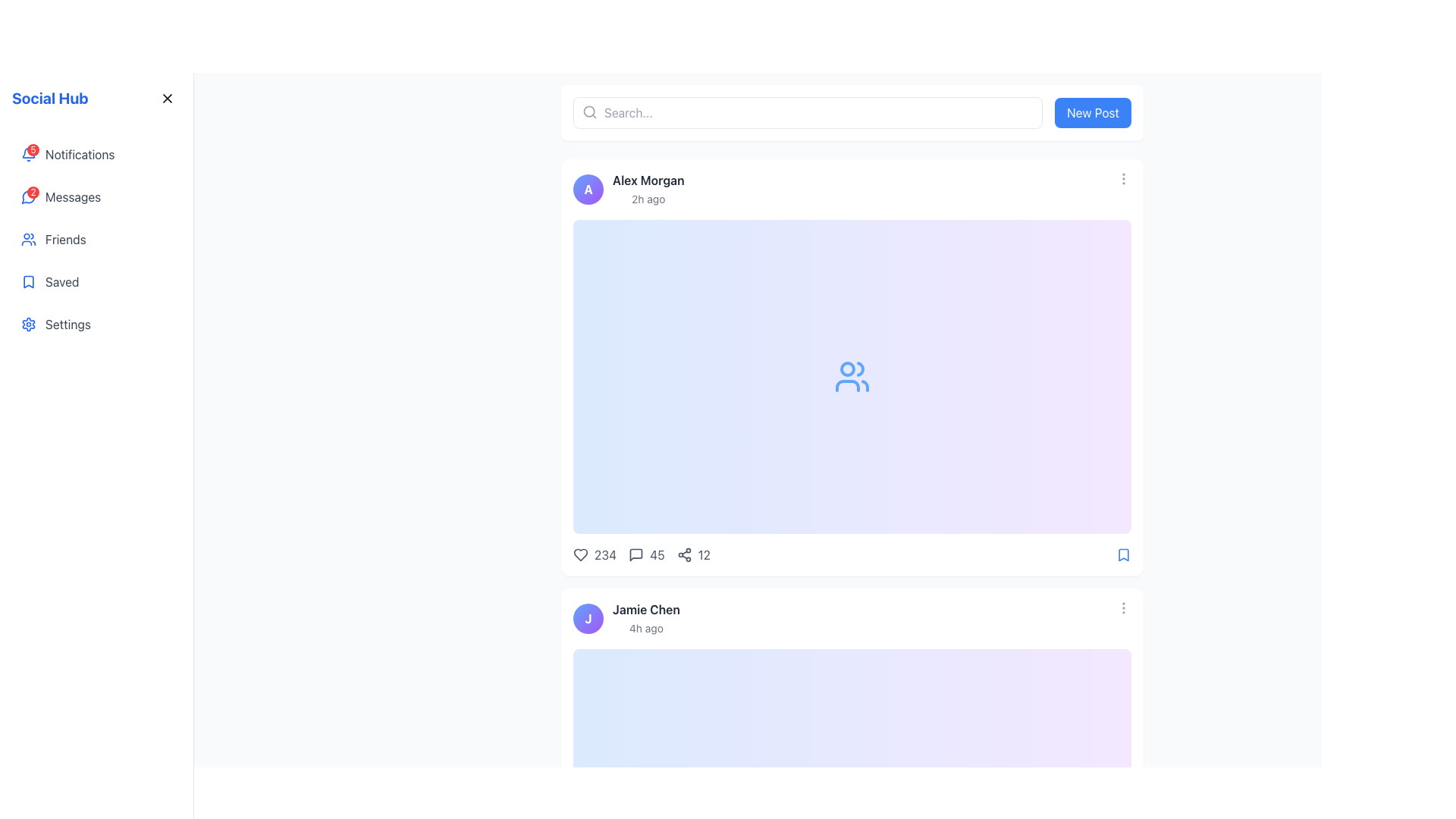  I want to click on the close button located to the right of the 'Social Hub' label in the top part of the sidebar, so click(167, 99).